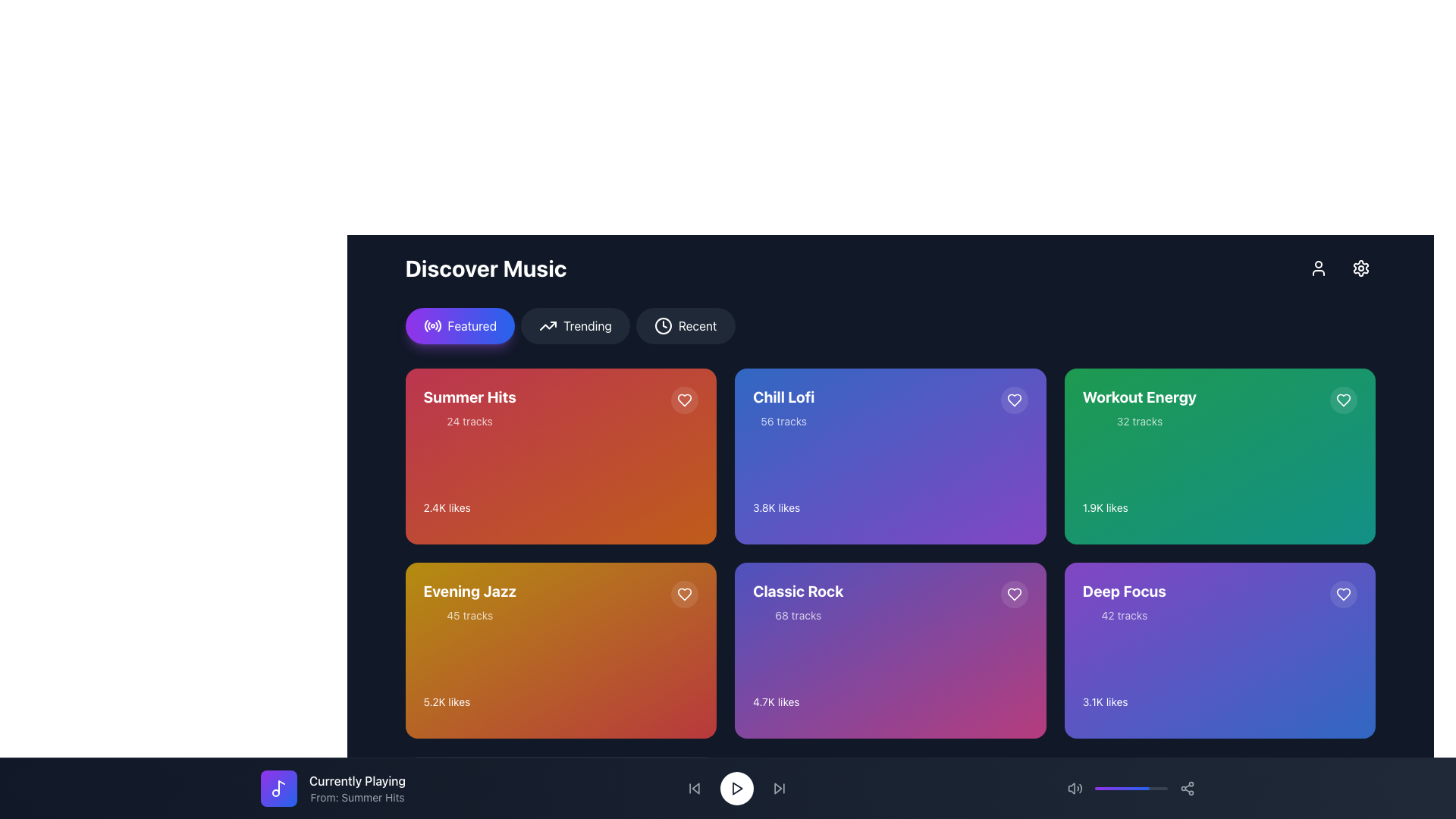 The width and height of the screenshot is (1456, 819). I want to click on the 'Discover Music' text element, which is prominently displayed in large, bold white font at the top of the content area, so click(486, 268).